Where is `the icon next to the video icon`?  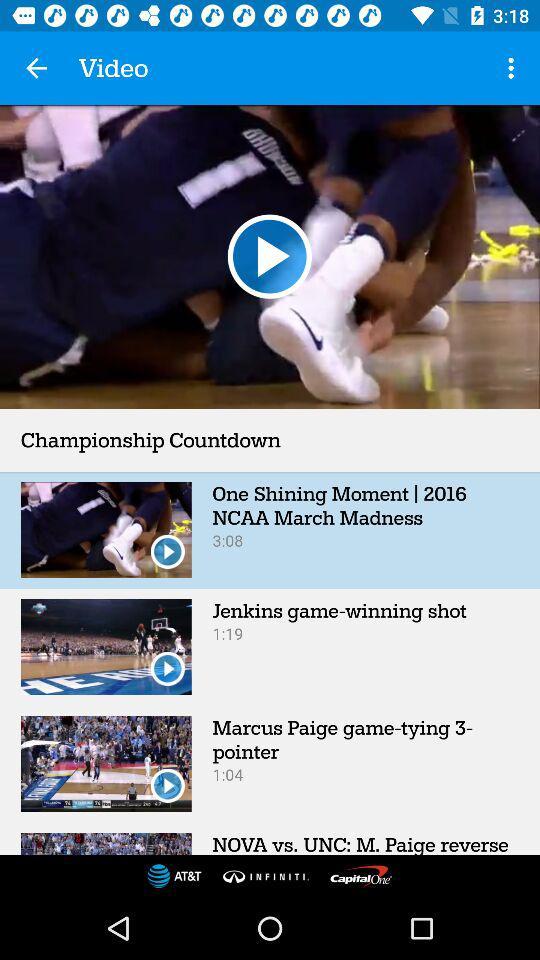
the icon next to the video icon is located at coordinates (36, 68).